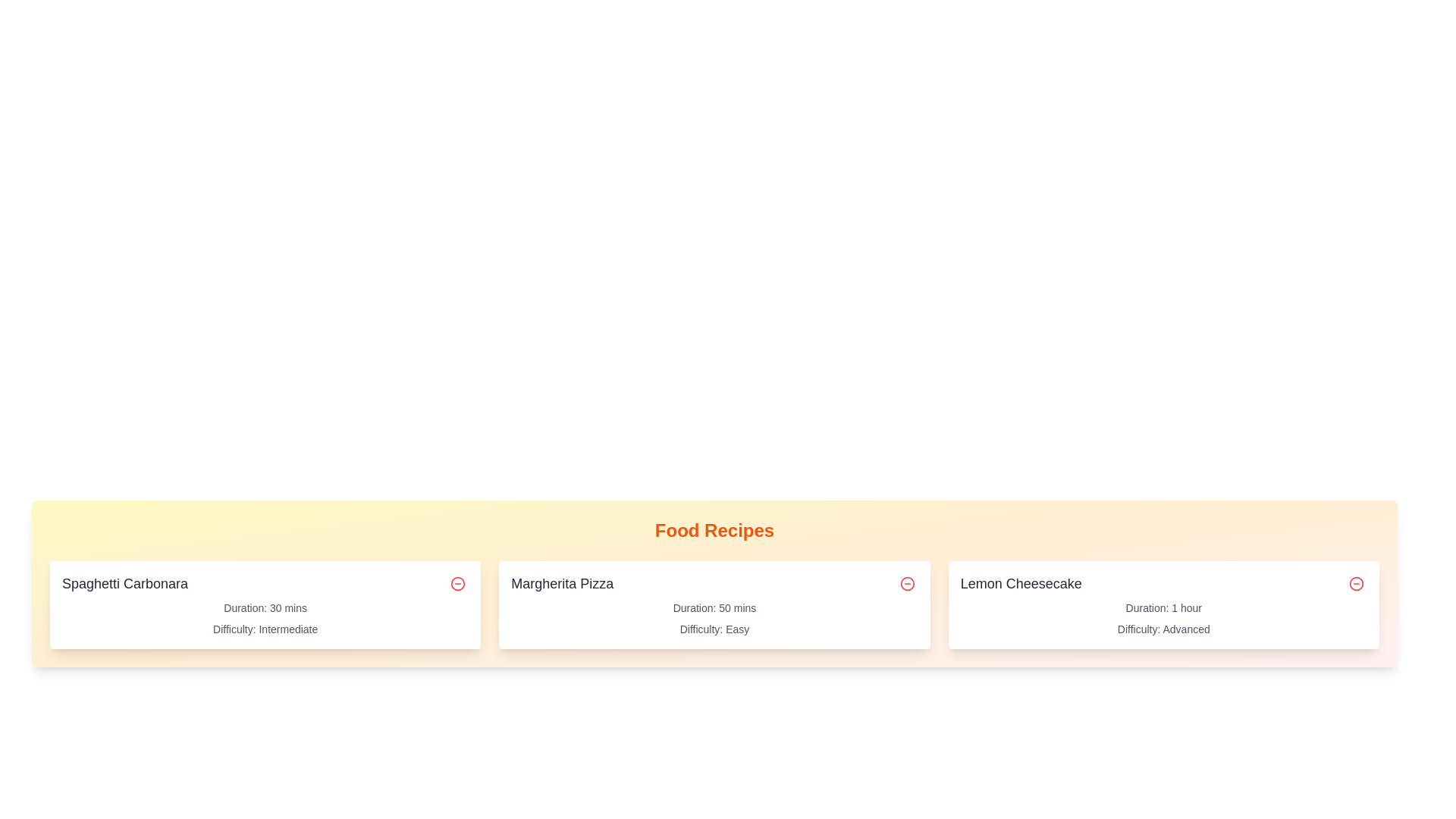  I want to click on the text label displaying 'Difficulty: Advanced' located at the bottom-right of the 'Lemon Cheesecake' recipe card, so click(1163, 629).